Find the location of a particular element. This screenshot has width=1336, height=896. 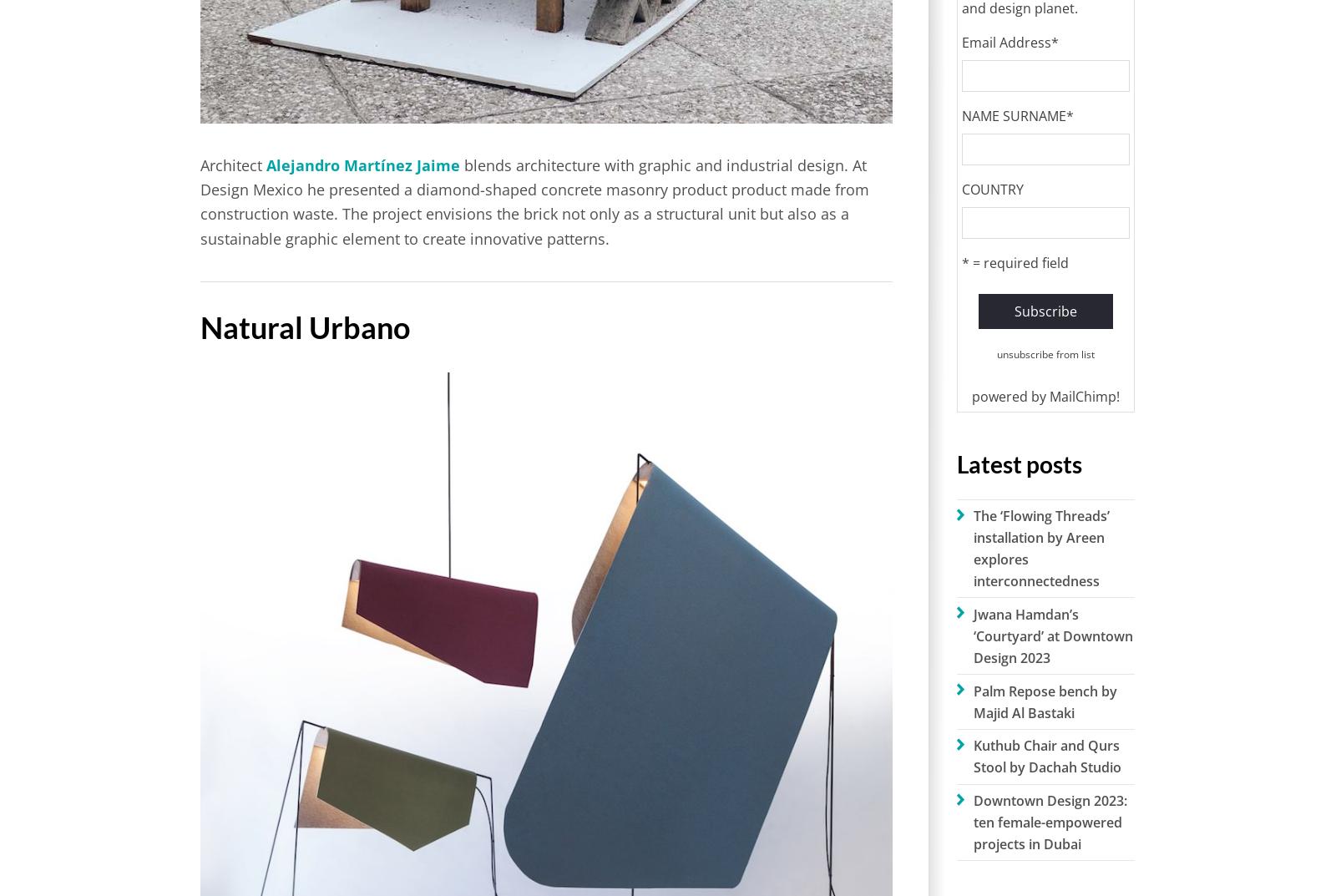

'!' is located at coordinates (1116, 396).